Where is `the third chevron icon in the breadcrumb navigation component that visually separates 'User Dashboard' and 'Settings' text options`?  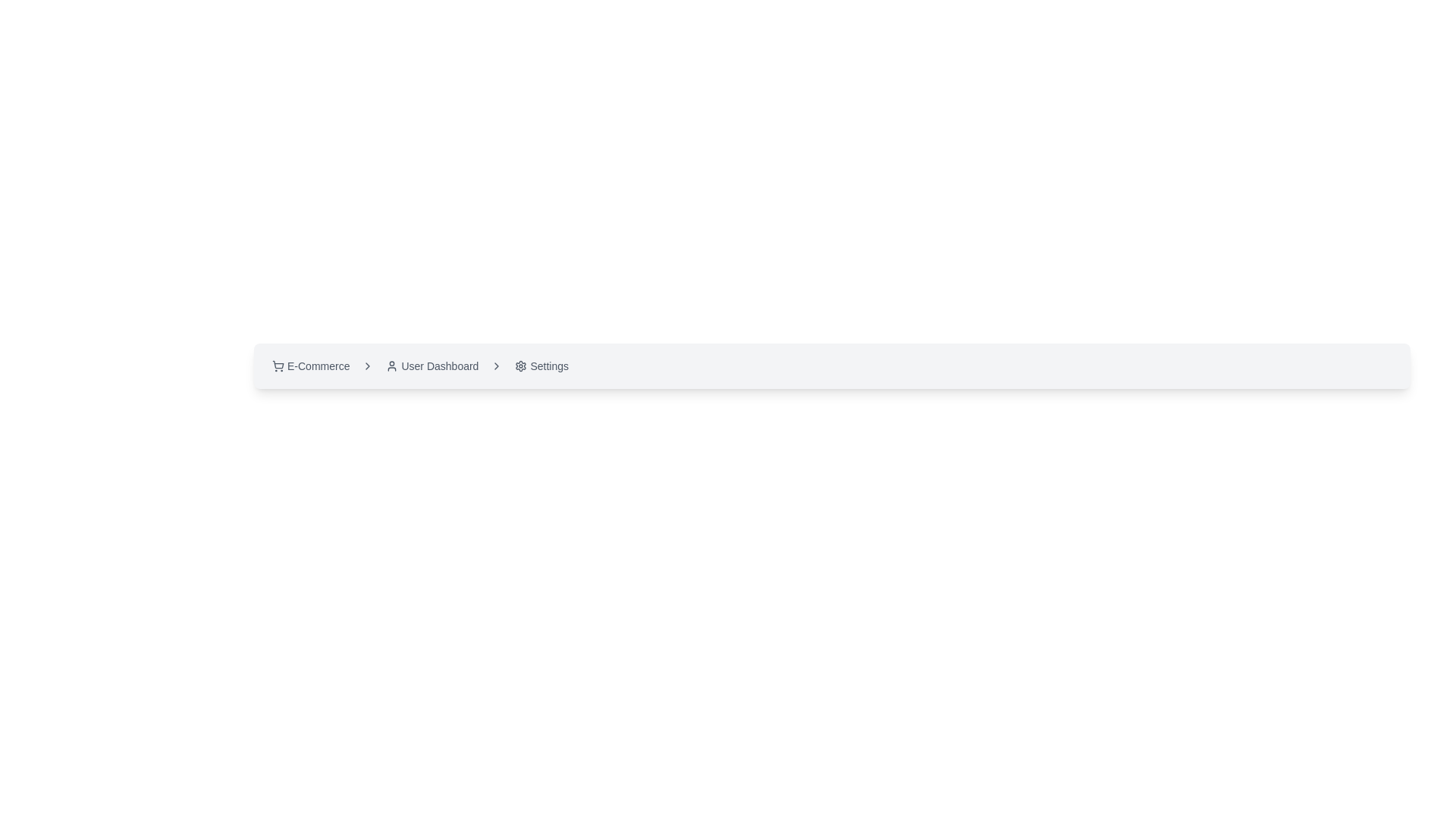 the third chevron icon in the breadcrumb navigation component that visually separates 'User Dashboard' and 'Settings' text options is located at coordinates (497, 366).